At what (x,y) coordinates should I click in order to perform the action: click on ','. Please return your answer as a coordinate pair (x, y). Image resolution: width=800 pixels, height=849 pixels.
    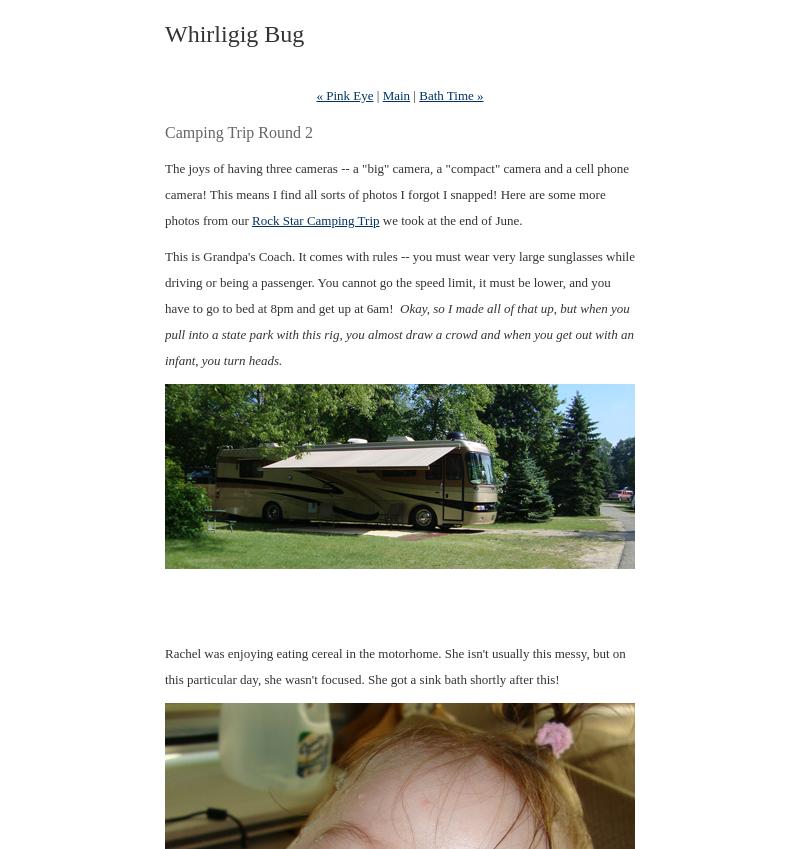
    Looking at the image, I should click on (195, 360).